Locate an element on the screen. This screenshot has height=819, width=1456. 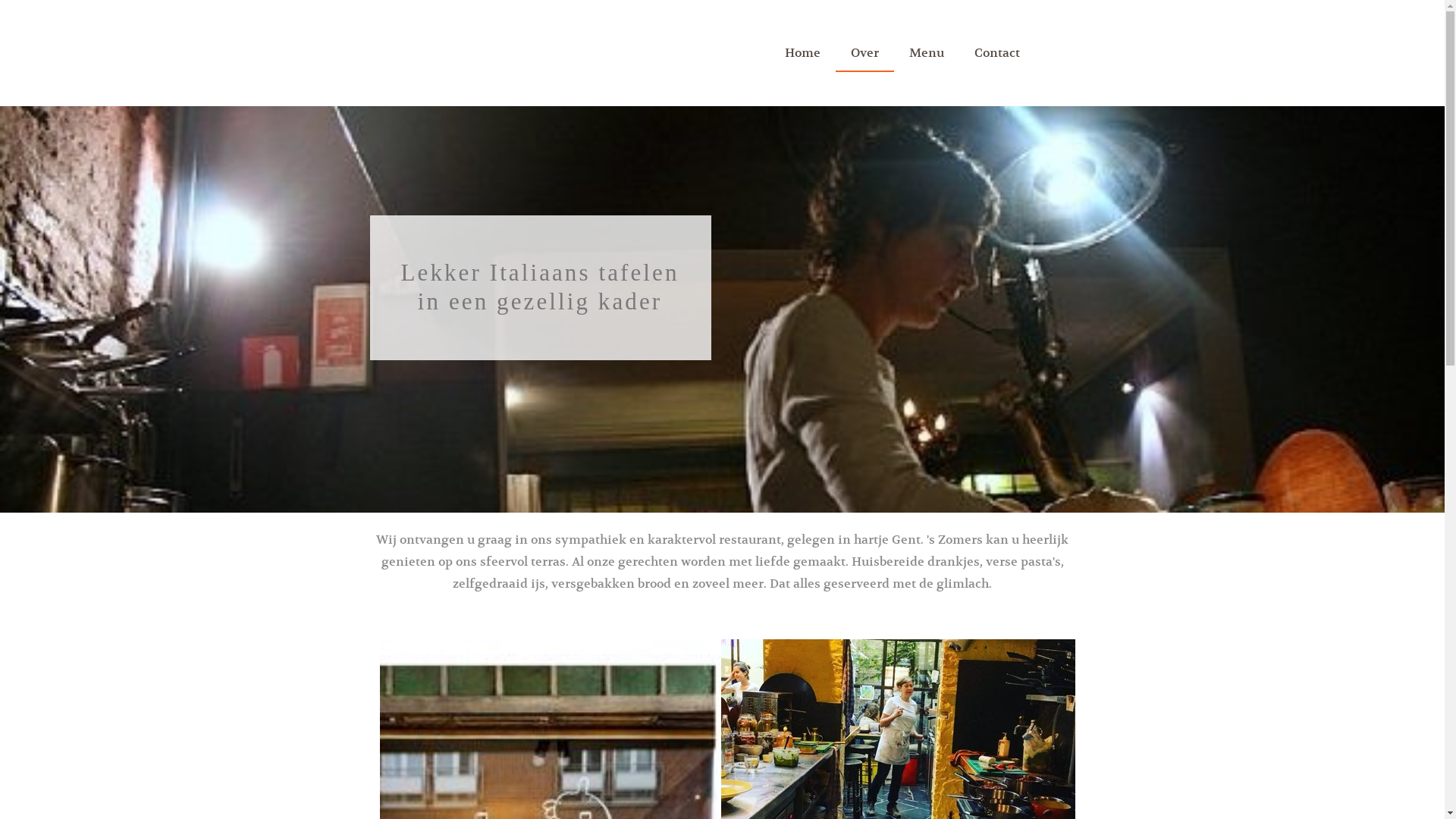
'Home' is located at coordinates (801, 52).